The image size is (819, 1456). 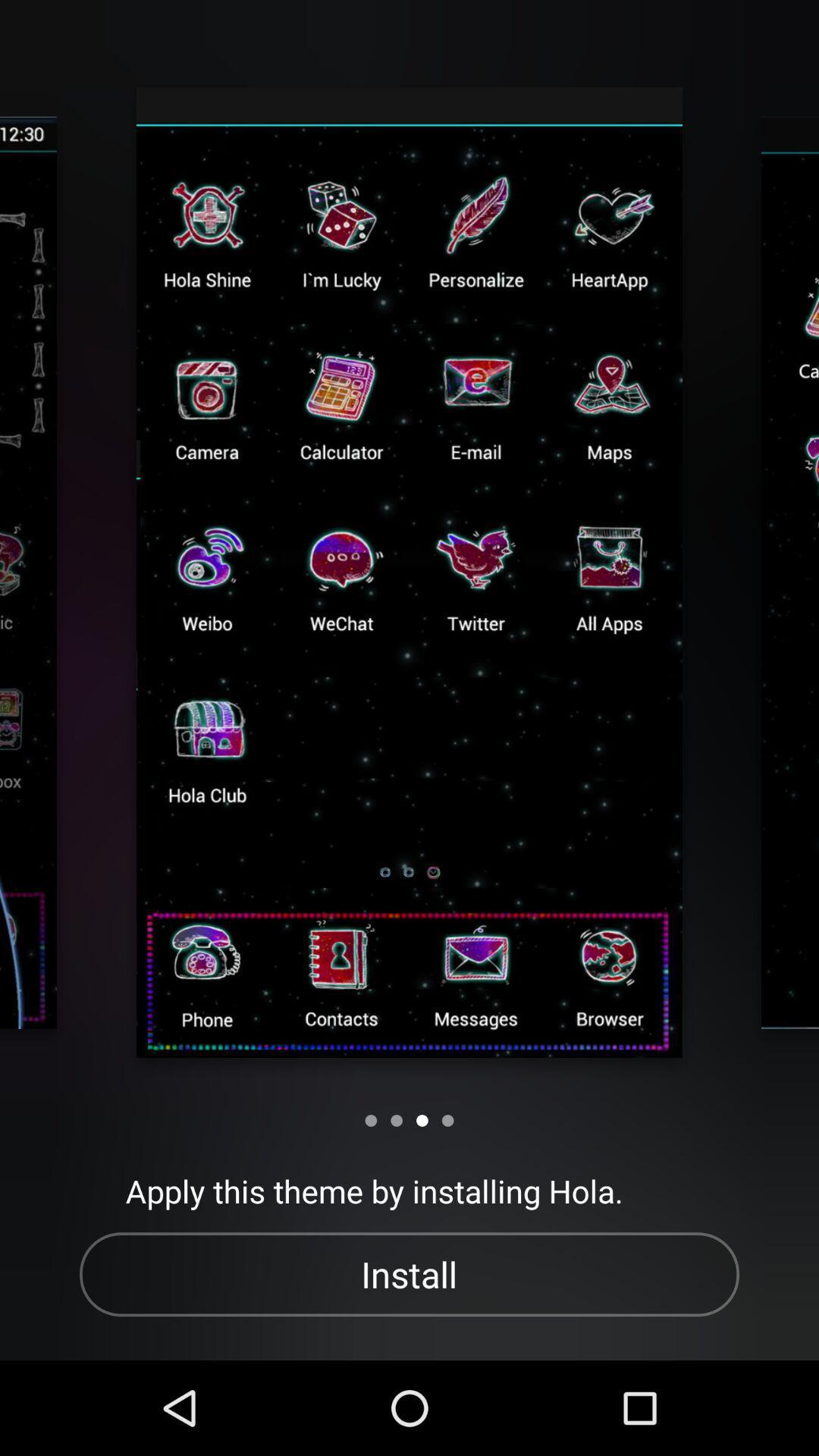 I want to click on the icon above apply this theme icon, so click(x=371, y=1120).